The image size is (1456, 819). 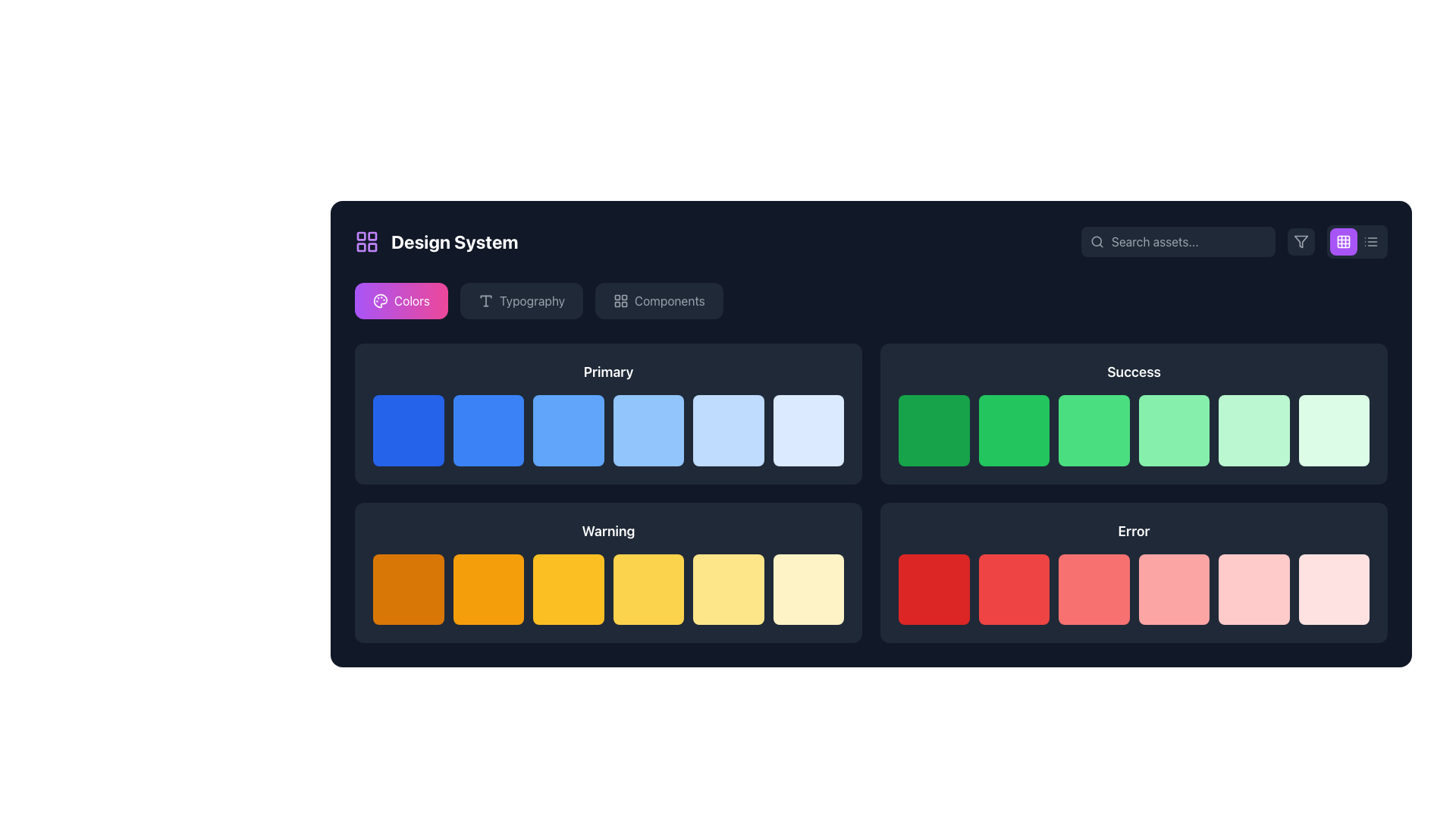 What do you see at coordinates (1333, 430) in the screenshot?
I see `the sixth interactive tile in the 'Success' row, which is a square tile with rounded corners and a light green shade` at bounding box center [1333, 430].